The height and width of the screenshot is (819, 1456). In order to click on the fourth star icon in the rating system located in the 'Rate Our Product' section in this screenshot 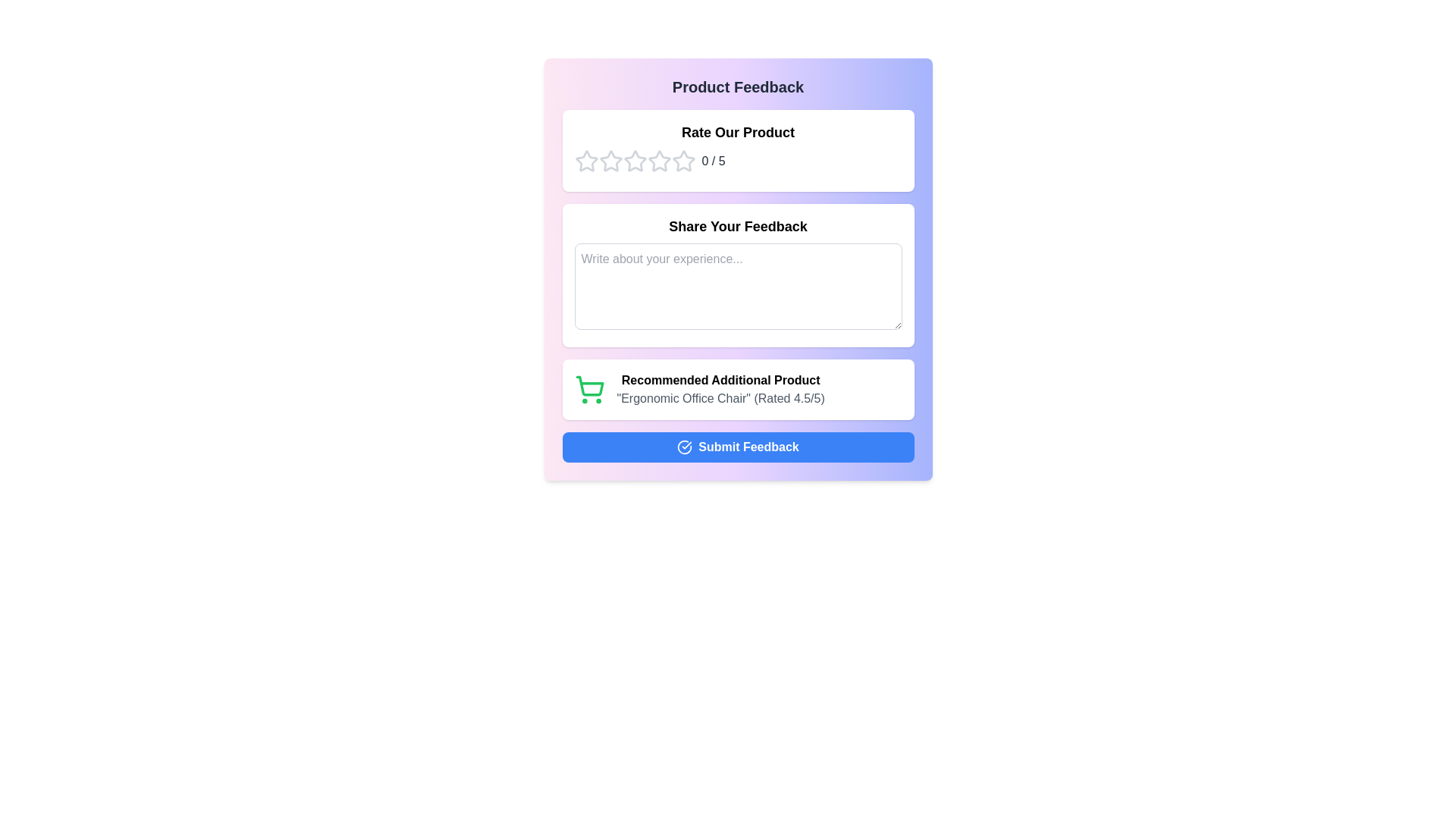, I will do `click(659, 161)`.